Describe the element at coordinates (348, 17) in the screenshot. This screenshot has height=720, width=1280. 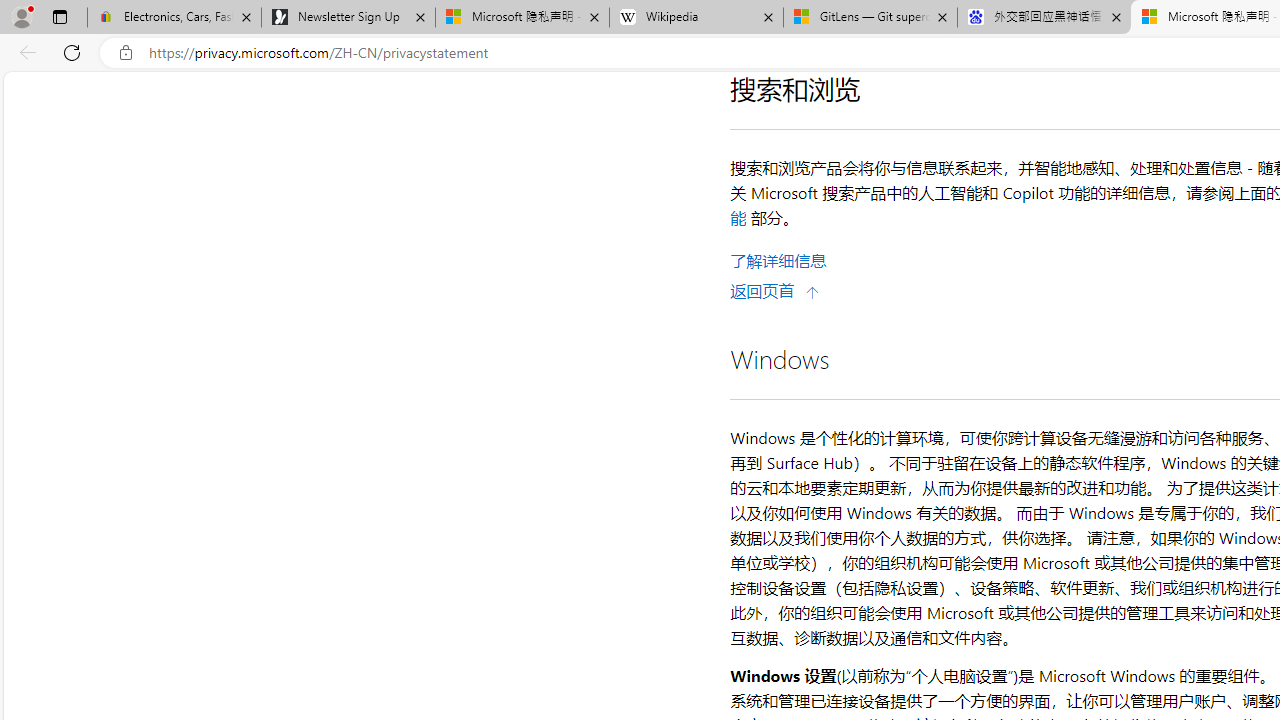
I see `'Newsletter Sign Up'` at that location.